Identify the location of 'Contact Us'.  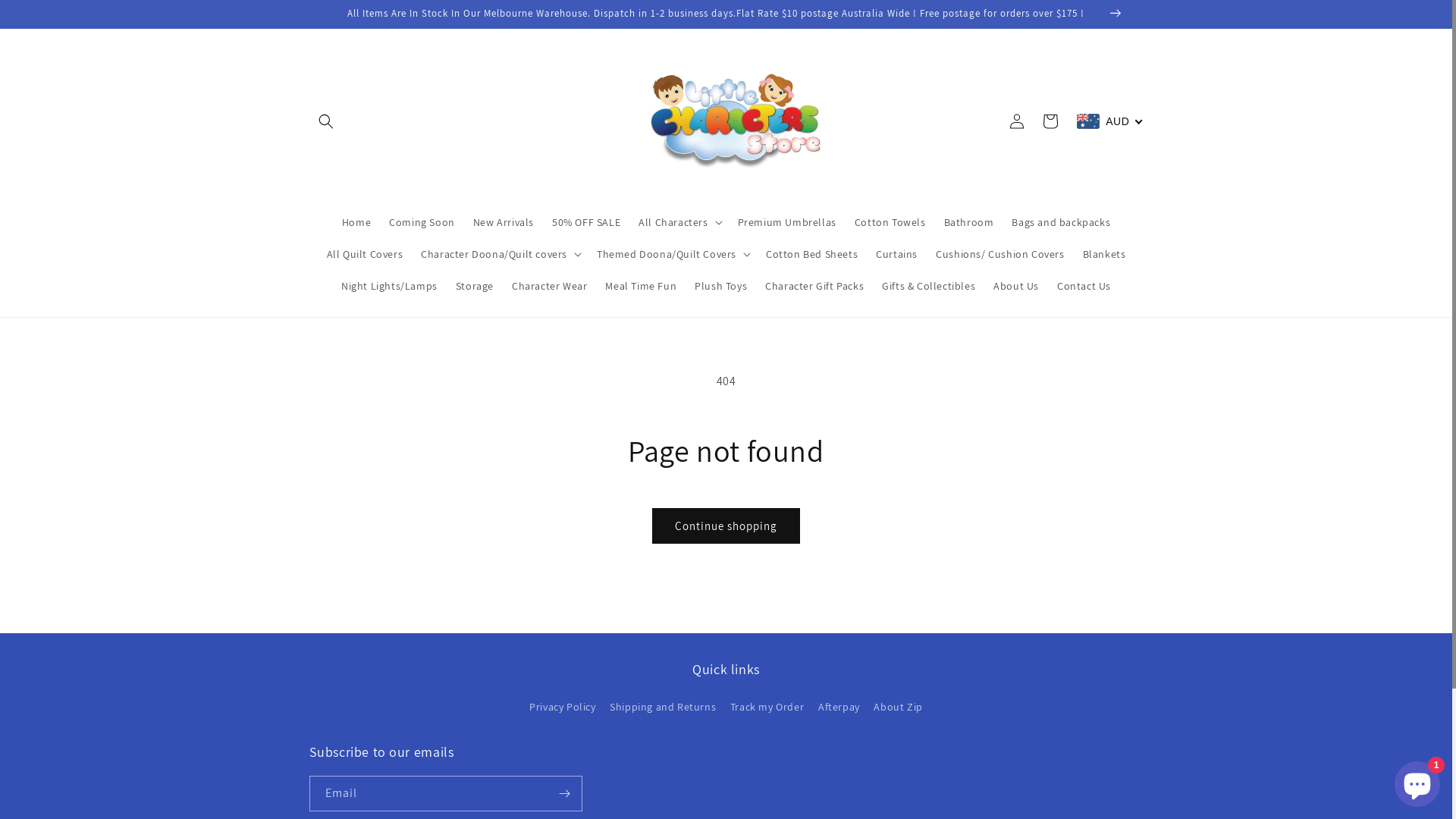
(1083, 286).